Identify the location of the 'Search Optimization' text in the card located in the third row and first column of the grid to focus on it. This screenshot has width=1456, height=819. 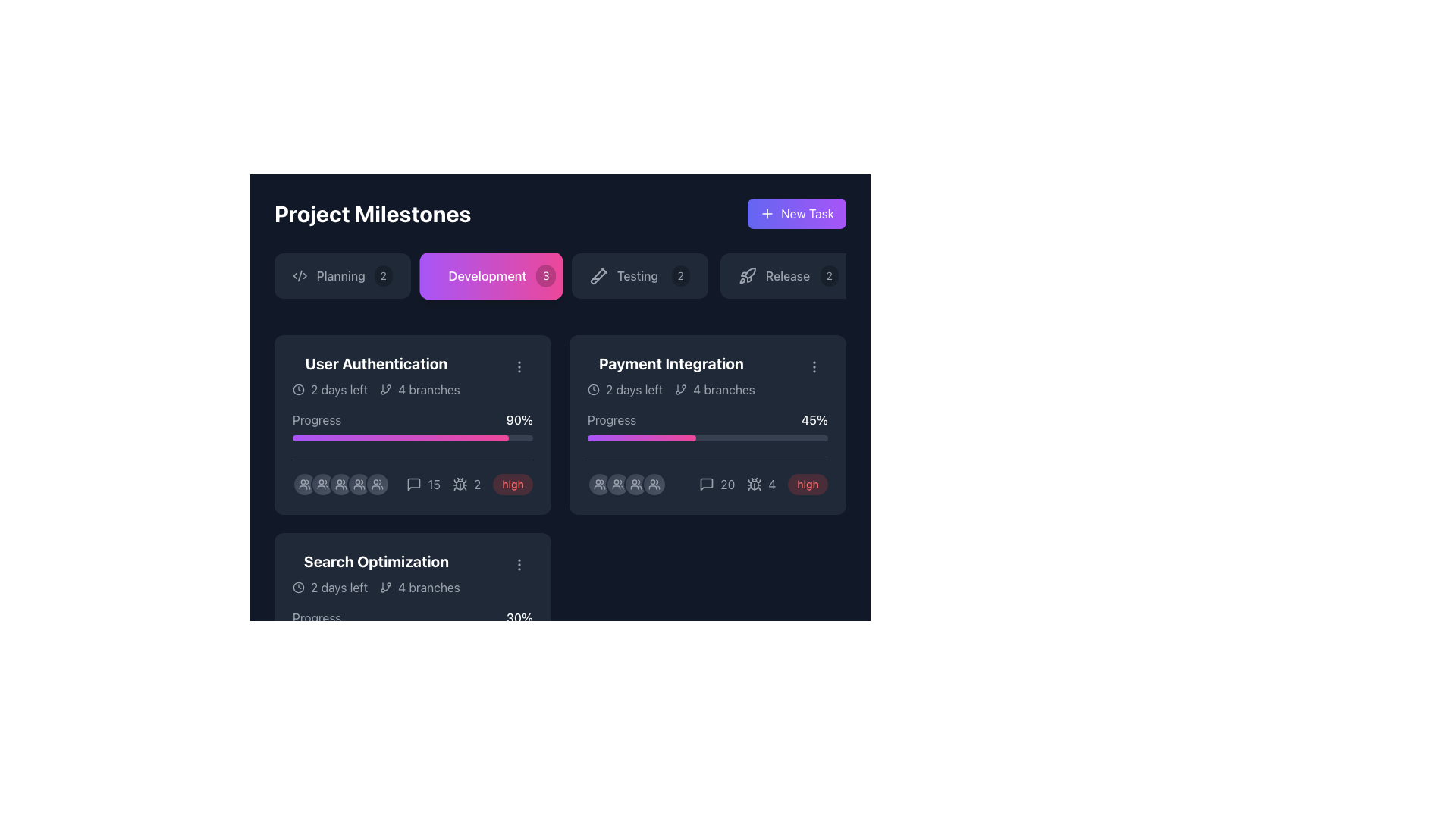
(376, 573).